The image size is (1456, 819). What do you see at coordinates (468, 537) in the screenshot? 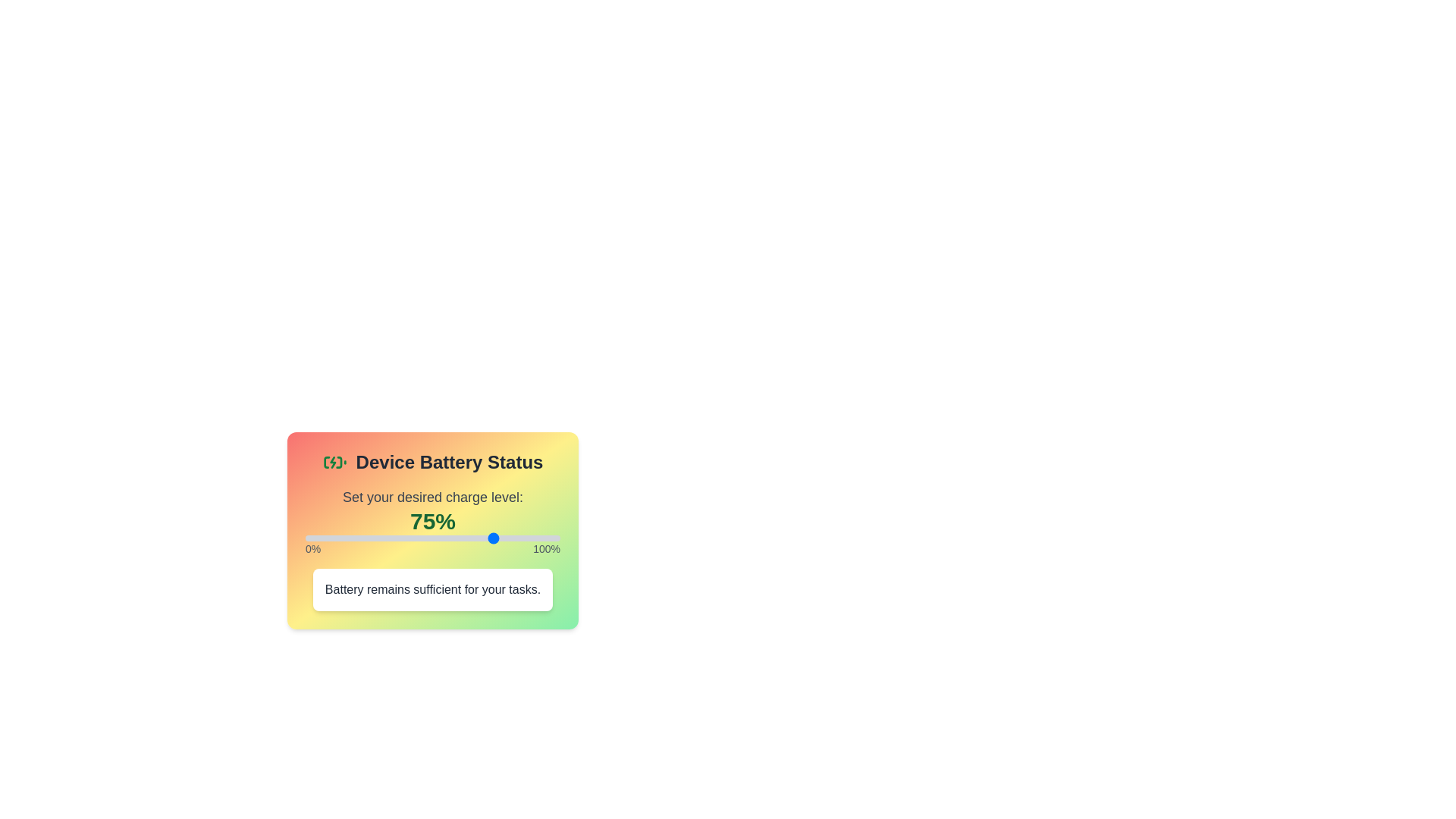
I see `the slider to 64% by dragging or clicking` at bounding box center [468, 537].